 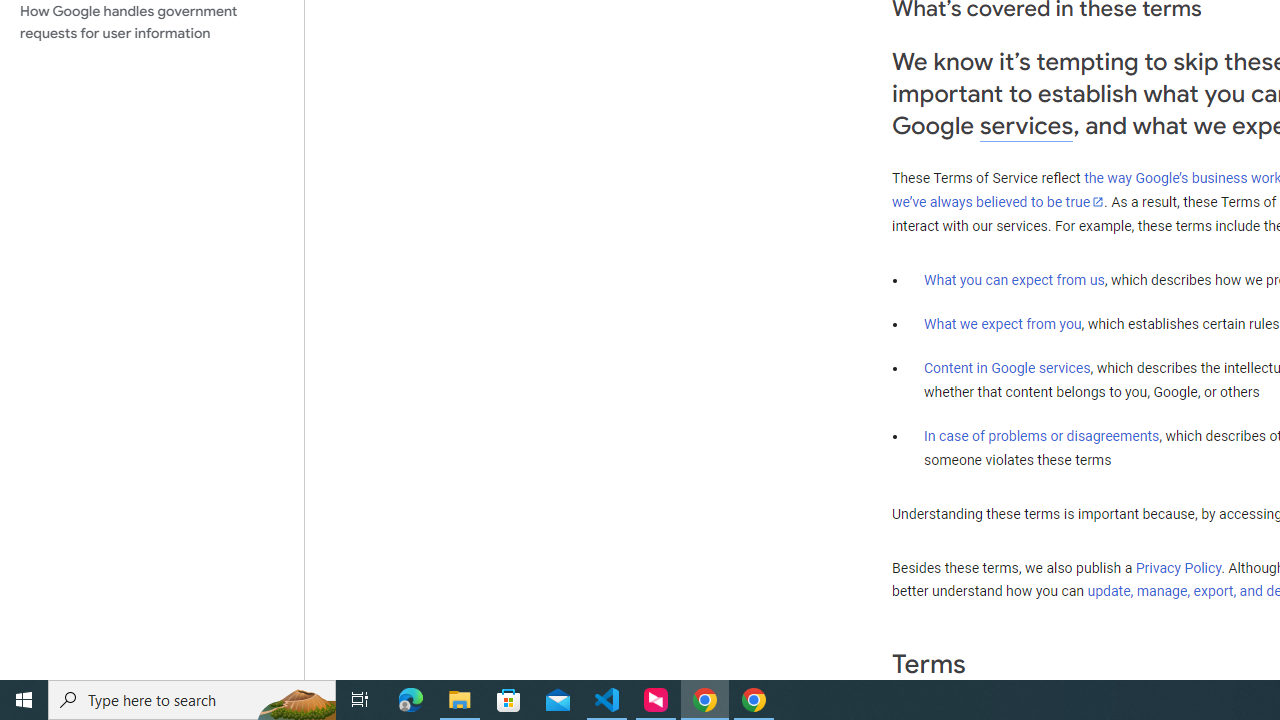 I want to click on 'In case of problems or disagreements', so click(x=1040, y=434).